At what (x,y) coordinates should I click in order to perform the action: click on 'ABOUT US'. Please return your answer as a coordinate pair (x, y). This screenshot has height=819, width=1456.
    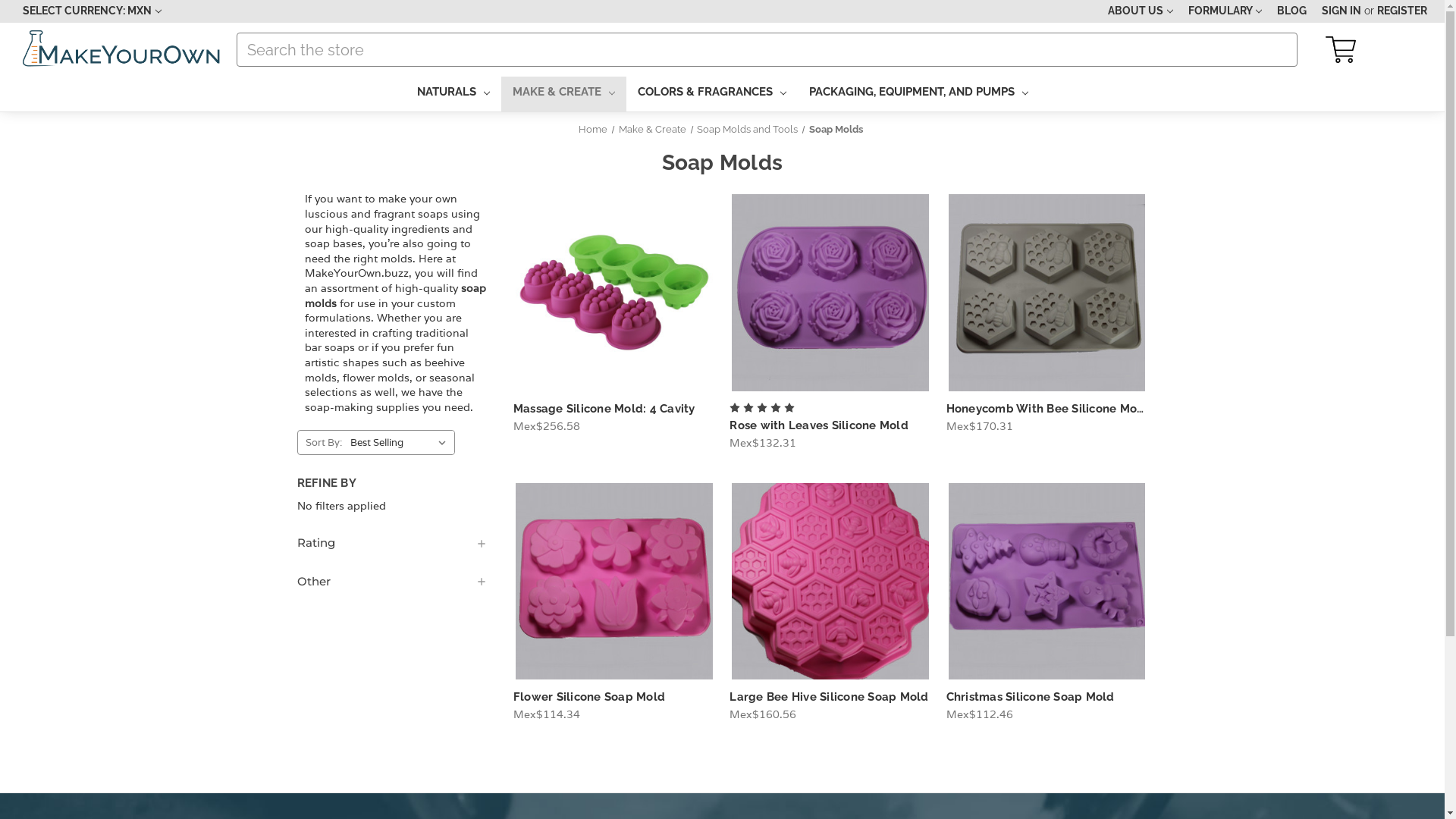
    Looking at the image, I should click on (1140, 11).